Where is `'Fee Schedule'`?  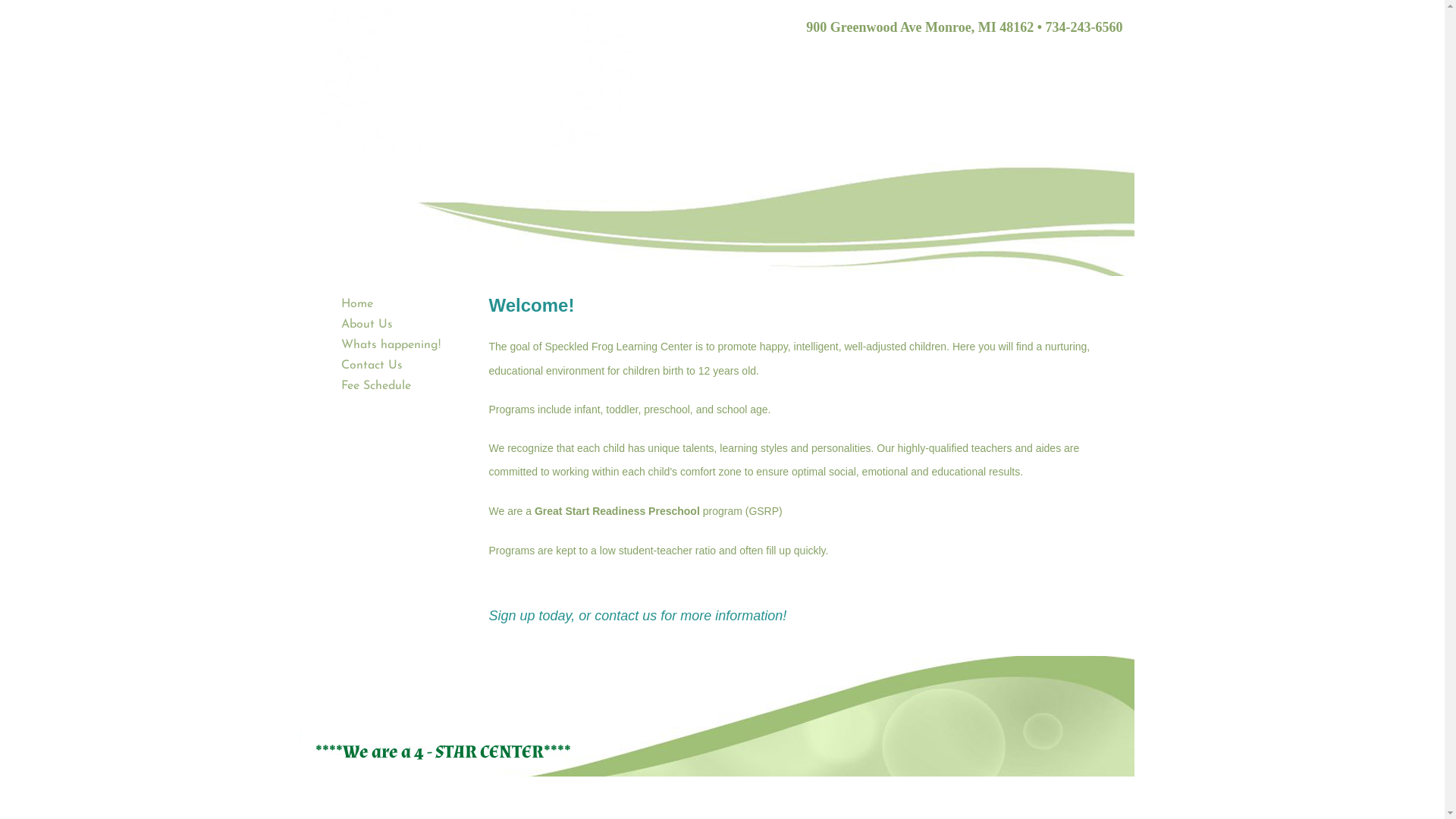
'Fee Schedule' is located at coordinates (375, 385).